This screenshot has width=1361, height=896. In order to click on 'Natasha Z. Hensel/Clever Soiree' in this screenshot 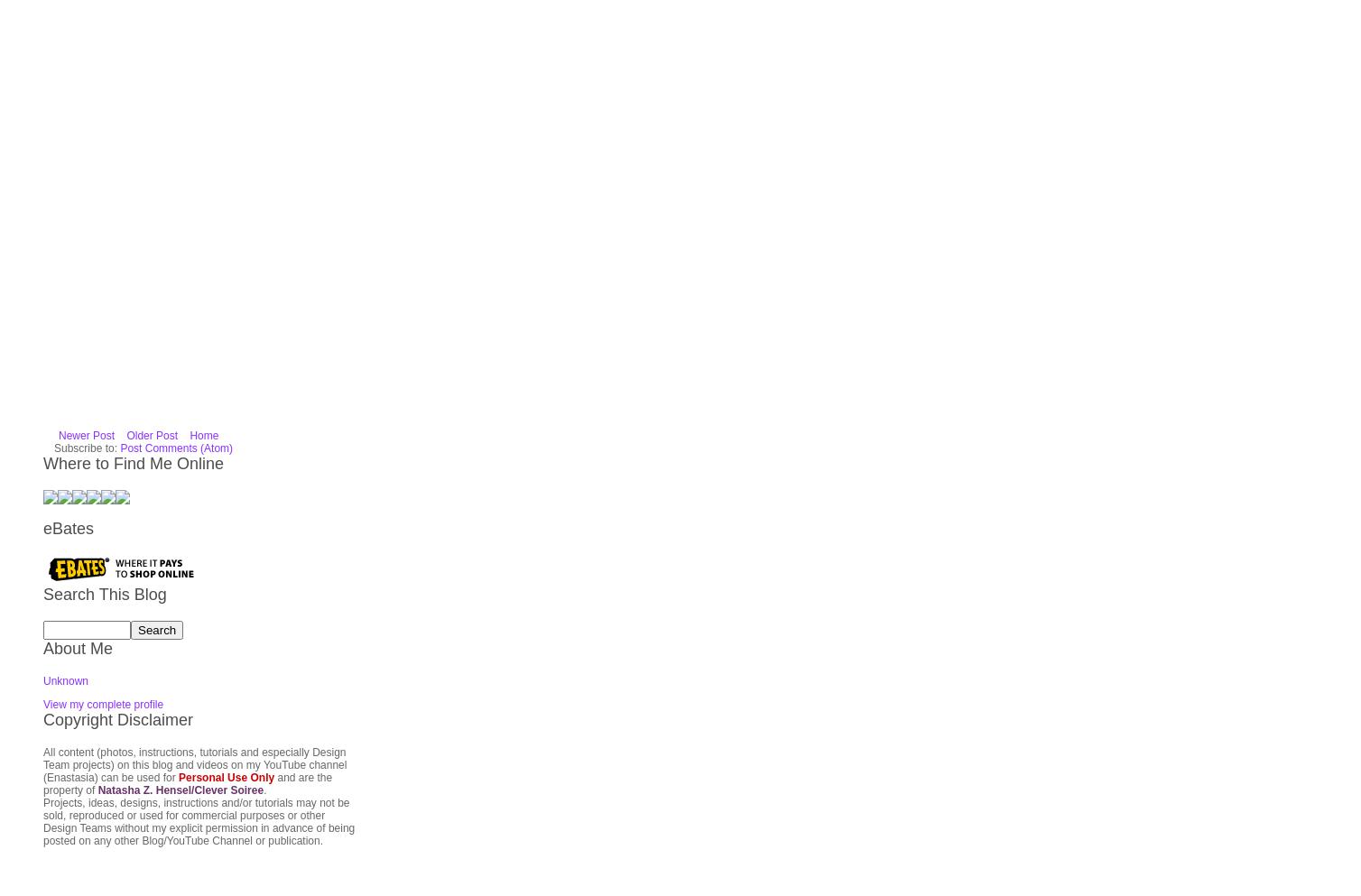, I will do `click(179, 574)`.